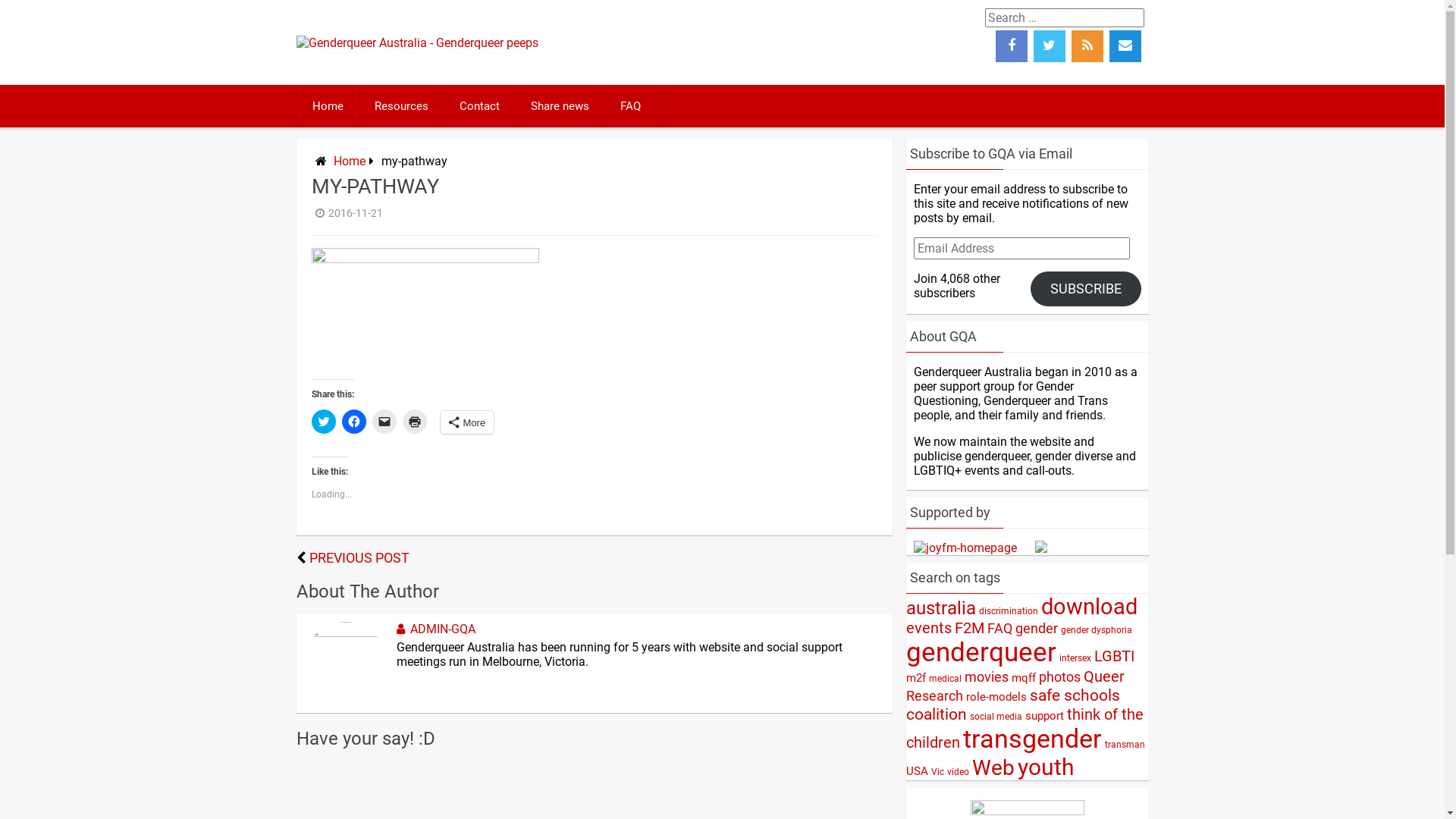  Describe the element at coordinates (937, 772) in the screenshot. I see `'Vic'` at that location.